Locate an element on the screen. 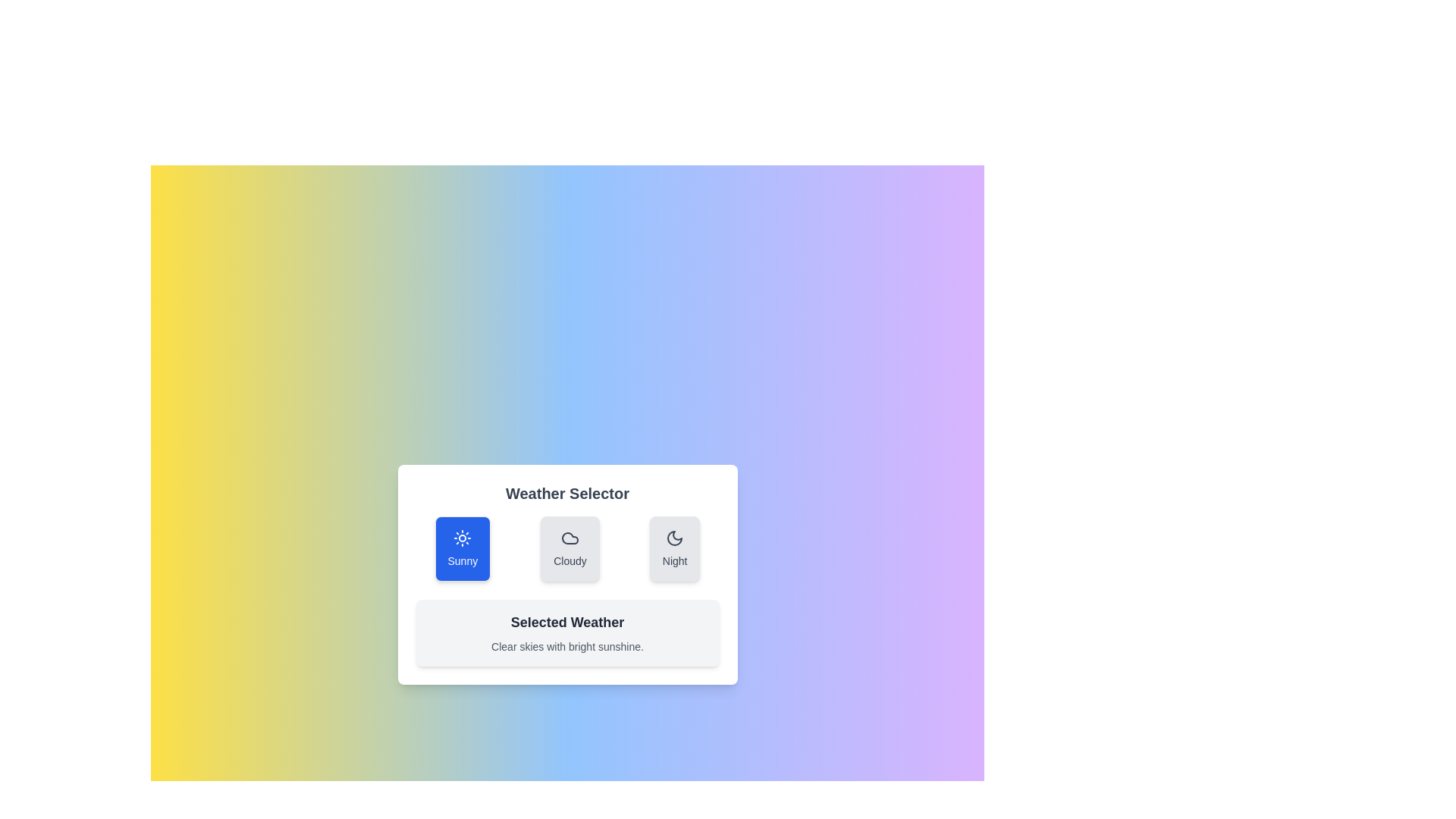  the circular graphic icon resembling a sun, which is prominently positioned at the top of the card labeled 'Sunny' is located at coordinates (462, 537).